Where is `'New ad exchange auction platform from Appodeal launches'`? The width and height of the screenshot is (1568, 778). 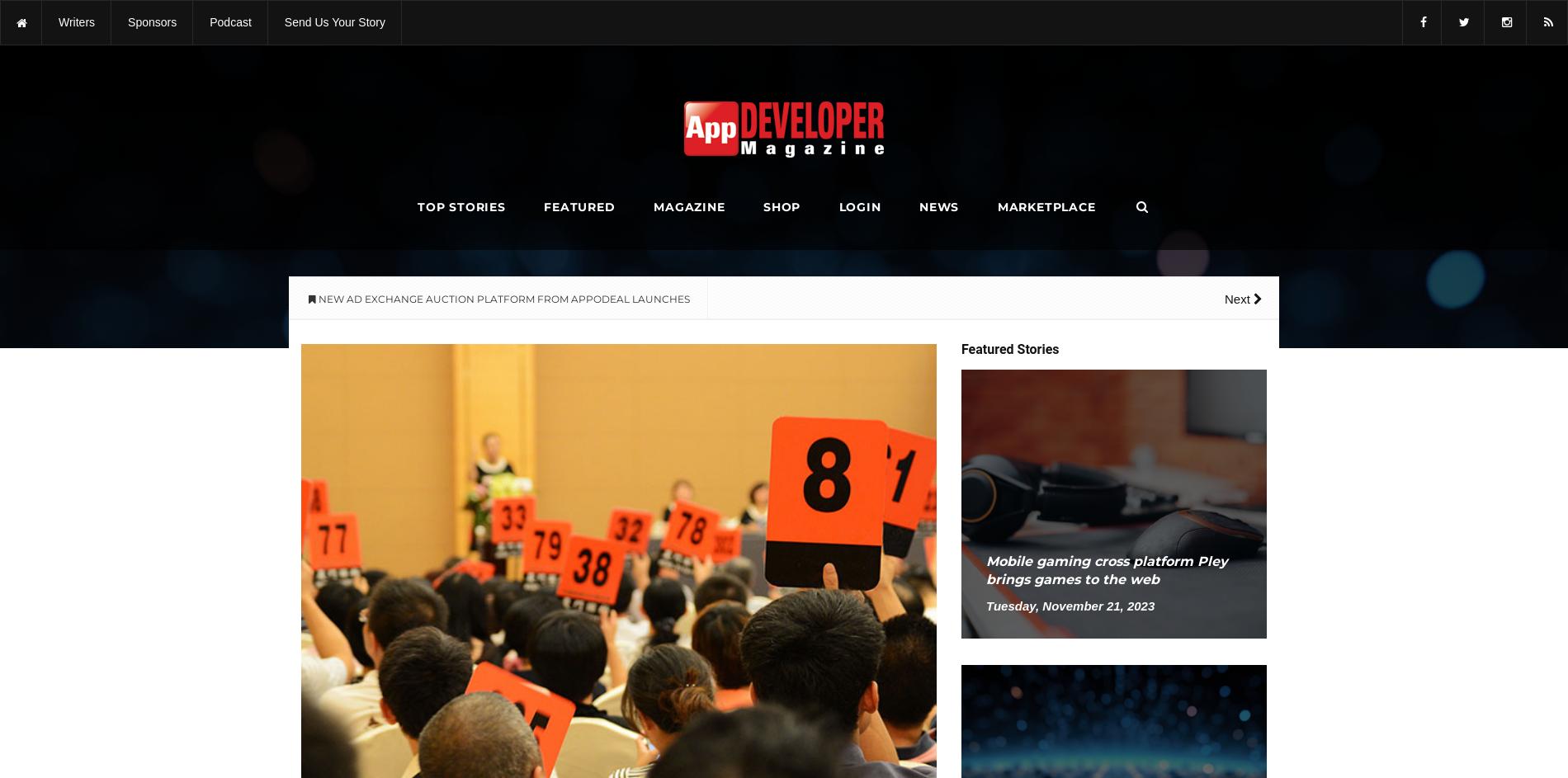 'New ad exchange auction platform from Appodeal launches' is located at coordinates (152, 9).